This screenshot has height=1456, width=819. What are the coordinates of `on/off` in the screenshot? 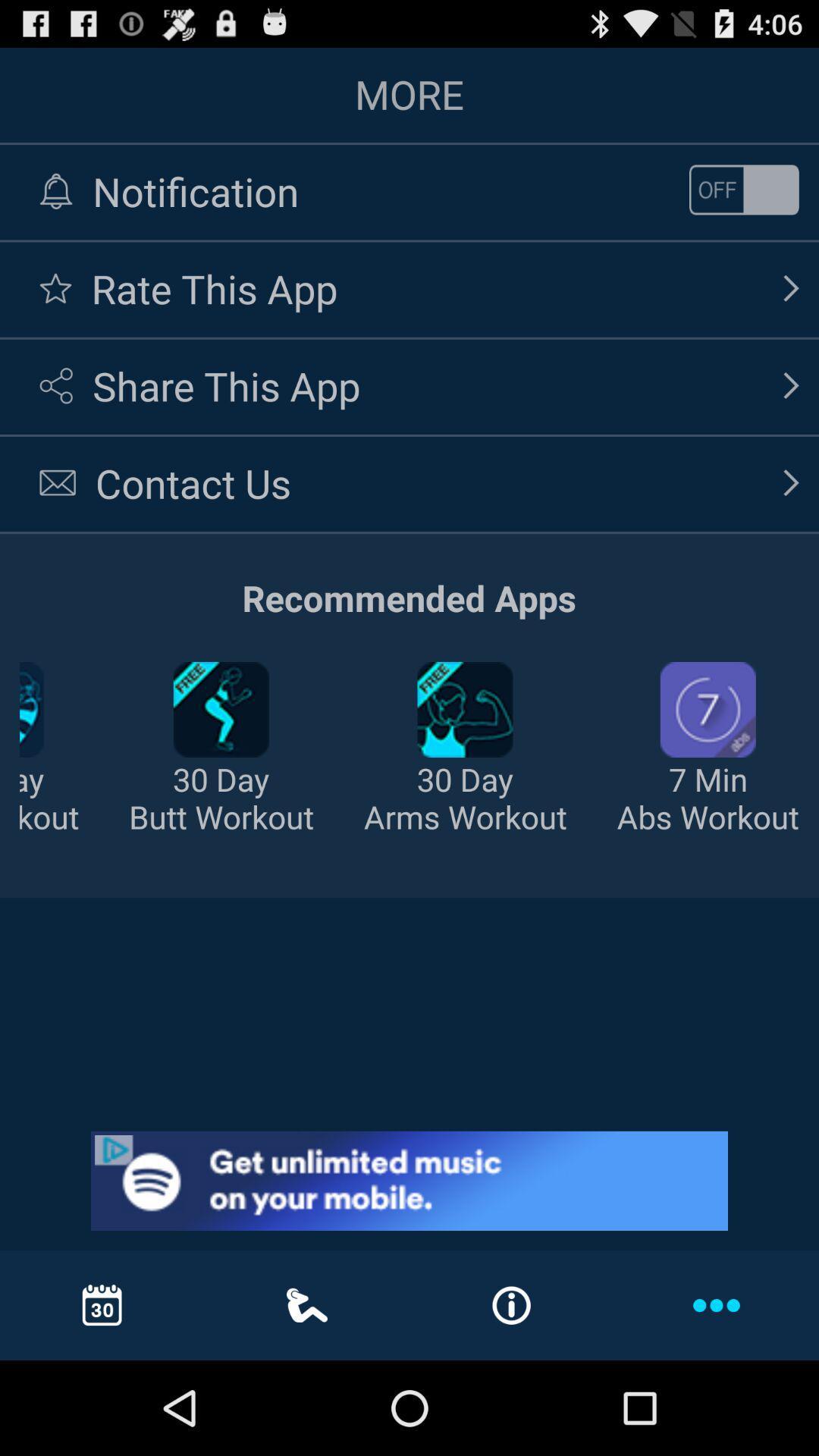 It's located at (743, 189).